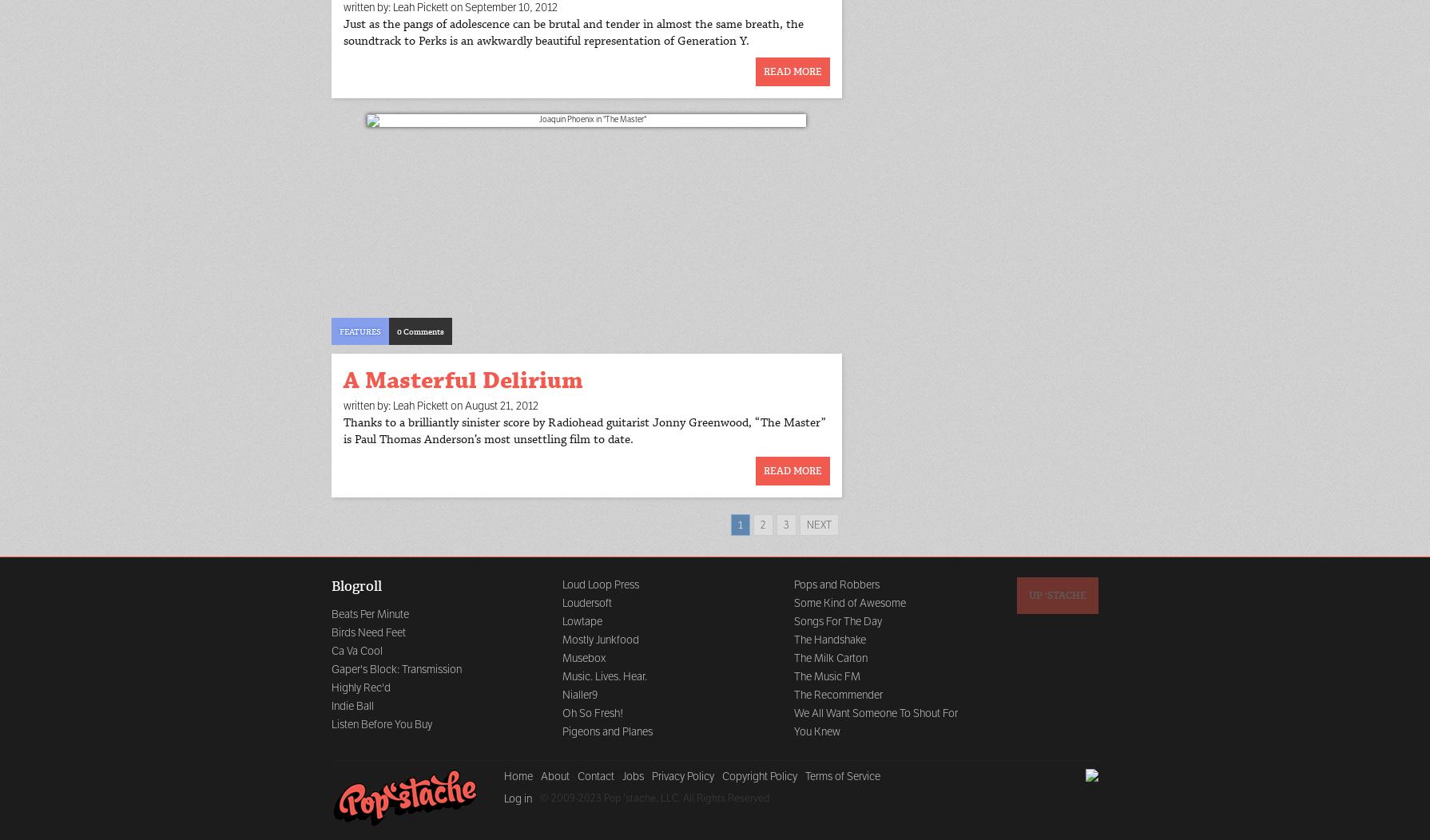  I want to click on 'Musebox', so click(583, 656).